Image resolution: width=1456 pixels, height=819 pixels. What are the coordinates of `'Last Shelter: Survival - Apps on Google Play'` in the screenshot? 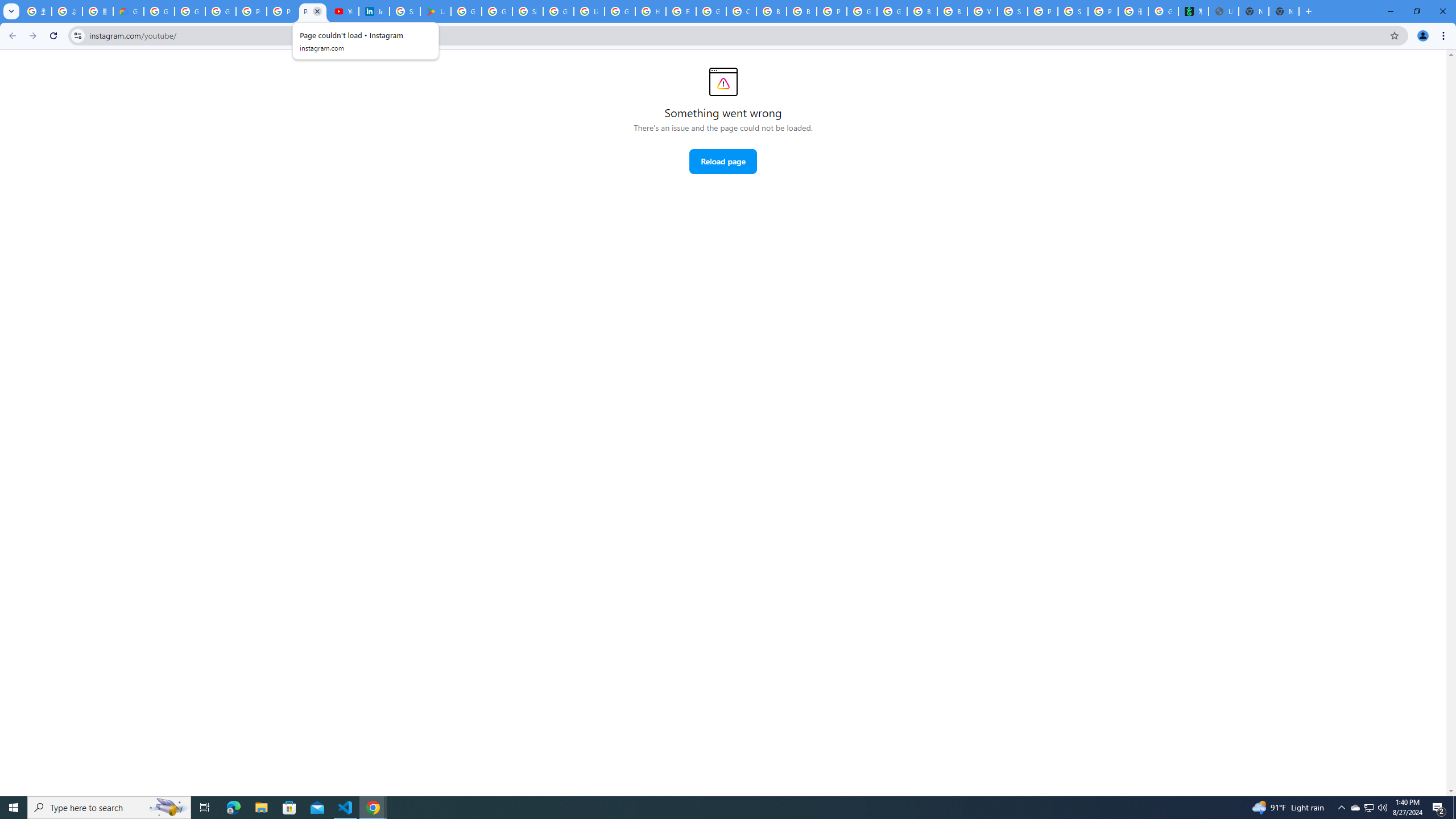 It's located at (435, 11).